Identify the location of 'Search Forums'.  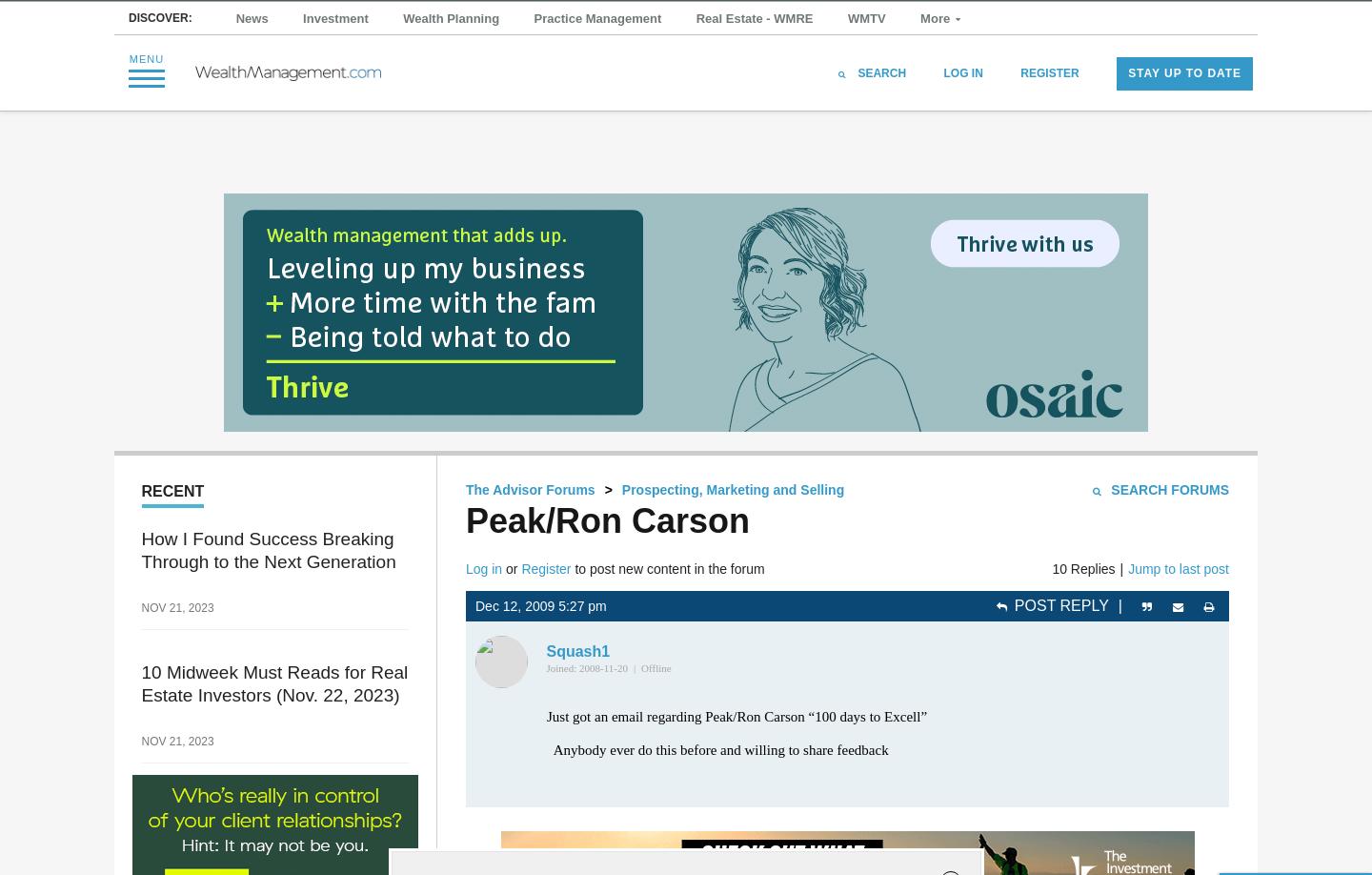
(1167, 488).